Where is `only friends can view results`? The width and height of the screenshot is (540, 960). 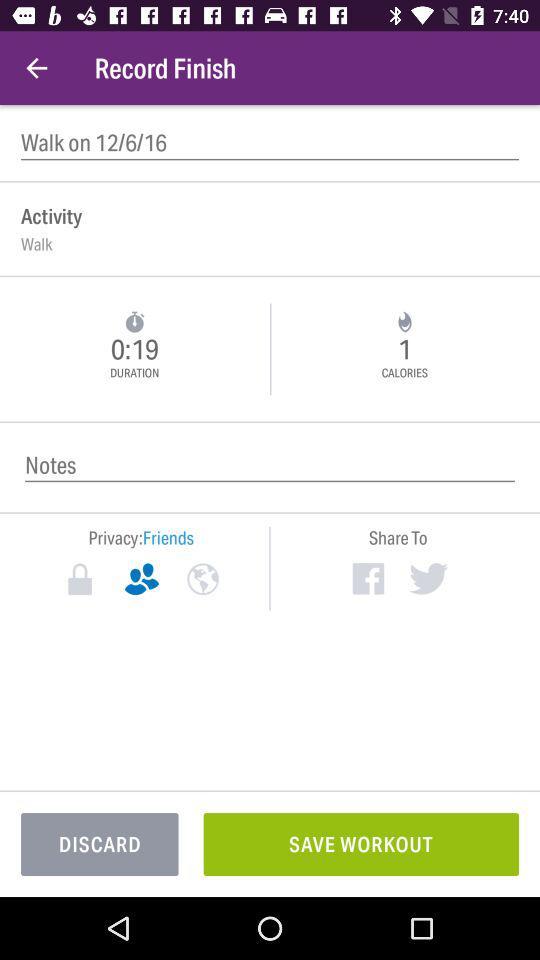
only friends can view results is located at coordinates (140, 579).